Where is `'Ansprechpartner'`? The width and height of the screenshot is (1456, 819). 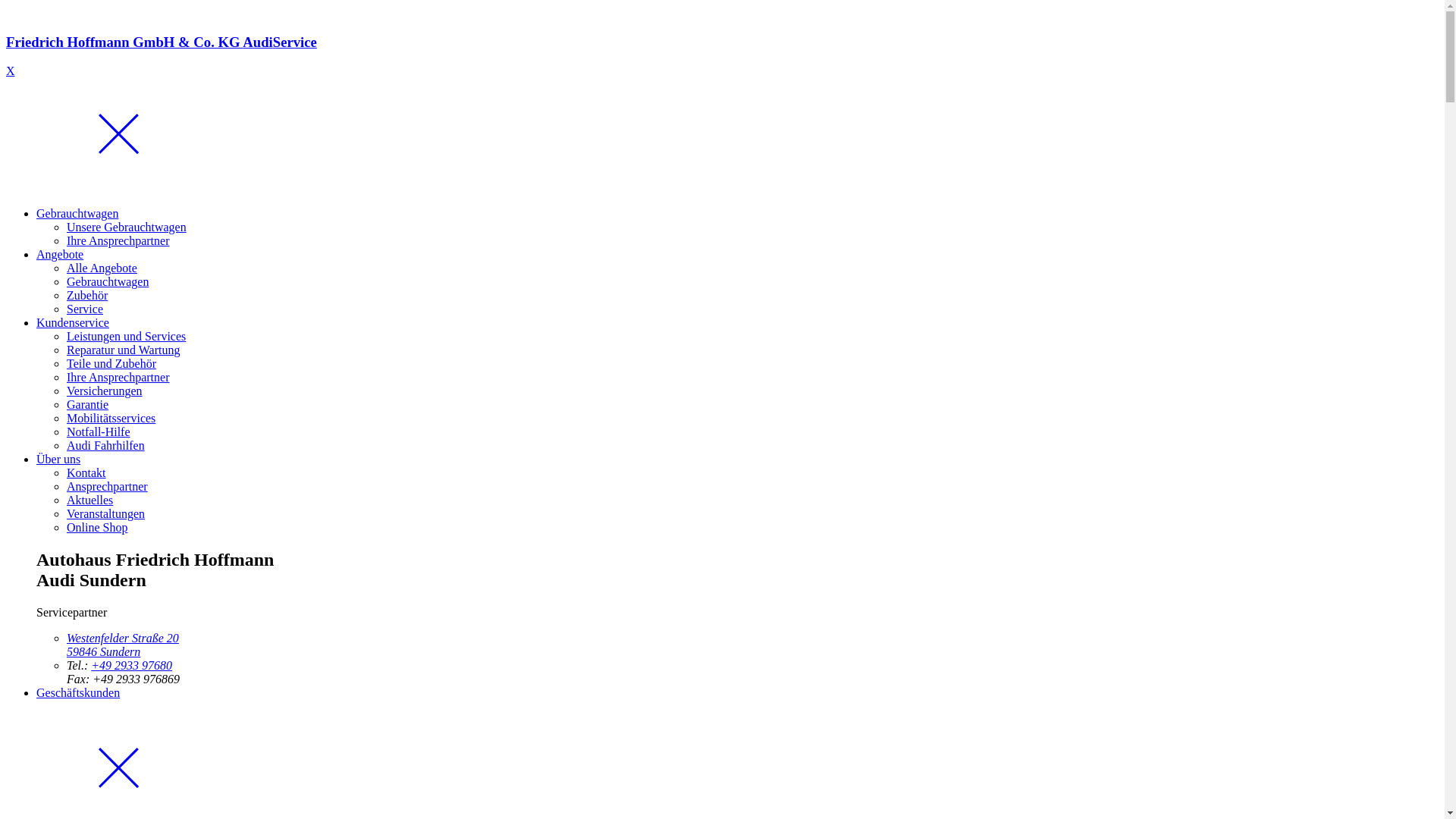 'Ansprechpartner' is located at coordinates (106, 486).